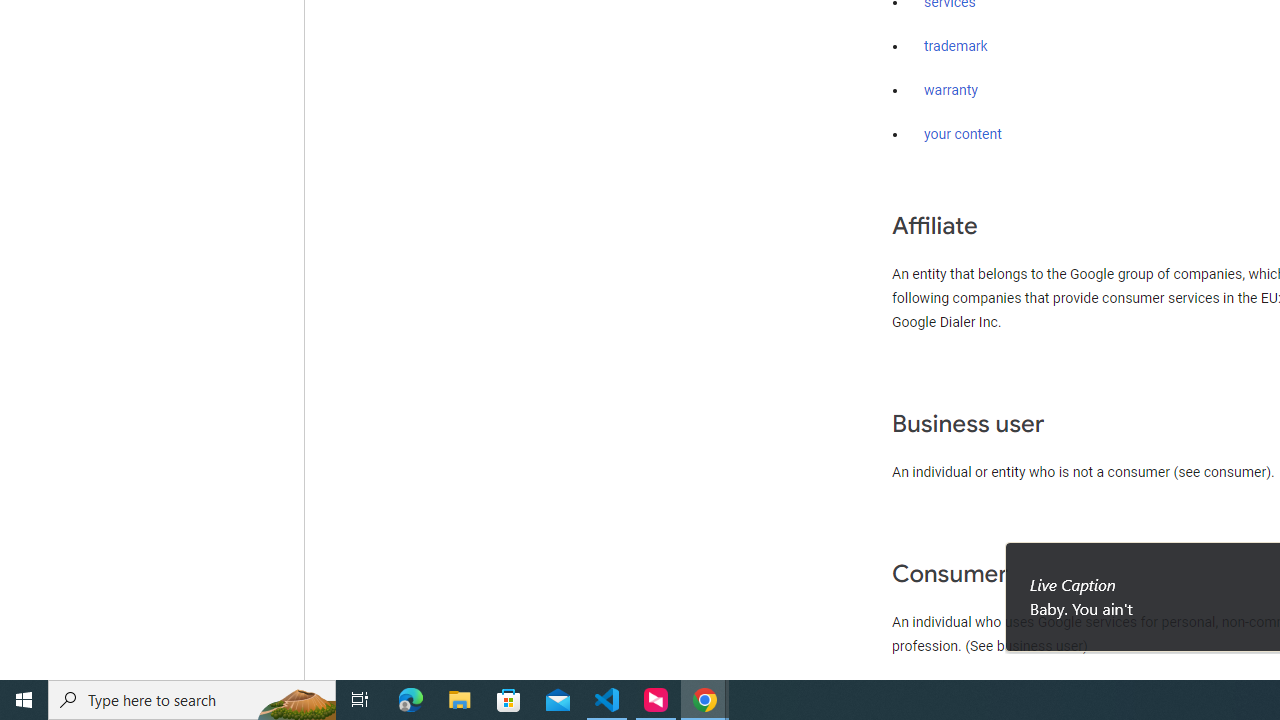 The width and height of the screenshot is (1280, 720). Describe the element at coordinates (955, 46) in the screenshot. I see `'trademark'` at that location.